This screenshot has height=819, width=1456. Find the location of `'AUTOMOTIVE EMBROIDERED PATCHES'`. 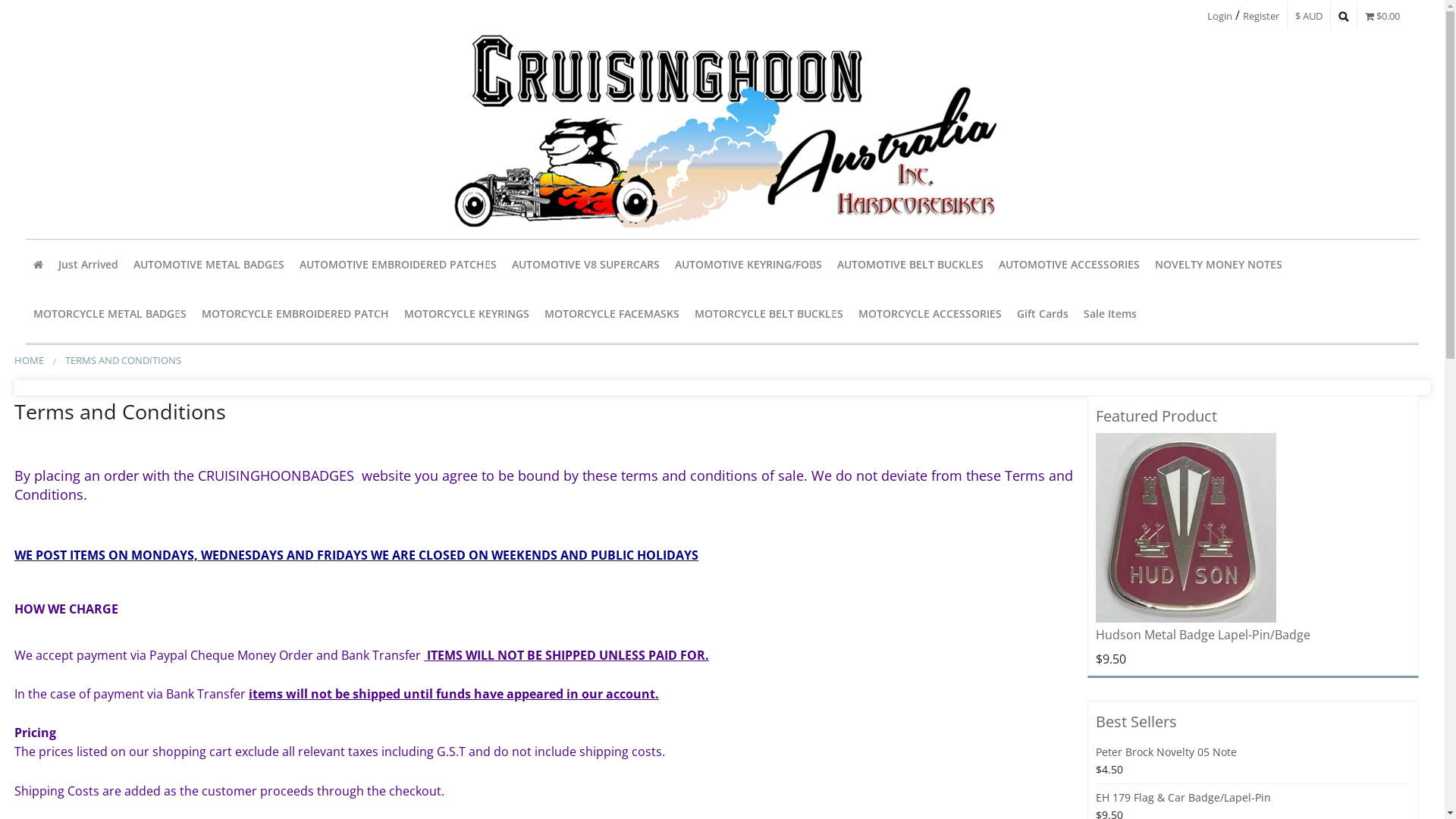

'AUTOMOTIVE EMBROIDERED PATCHES' is located at coordinates (397, 263).